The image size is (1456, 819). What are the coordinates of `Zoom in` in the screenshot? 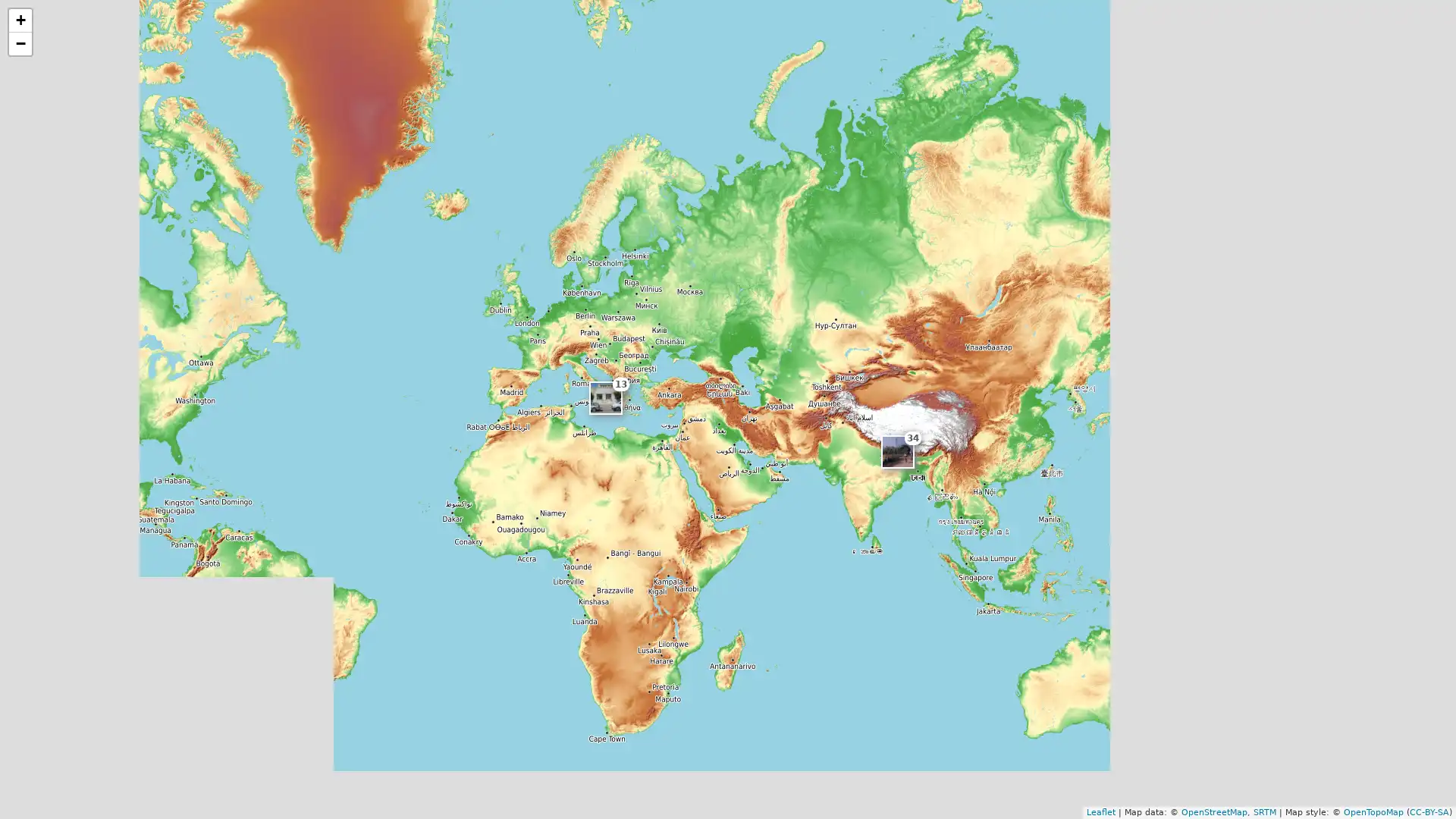 It's located at (20, 20).